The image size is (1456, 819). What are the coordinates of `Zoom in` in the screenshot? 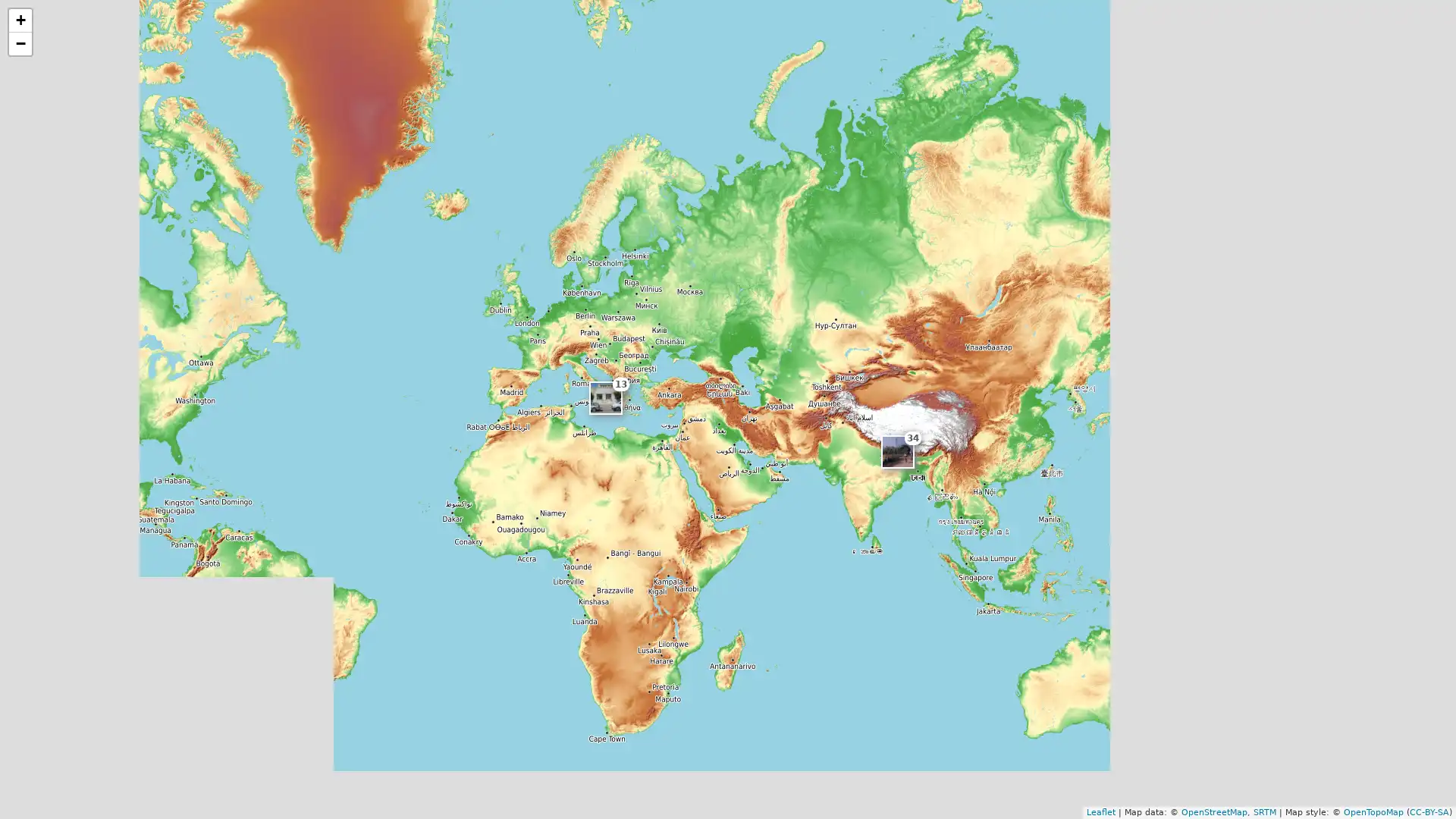 It's located at (20, 20).